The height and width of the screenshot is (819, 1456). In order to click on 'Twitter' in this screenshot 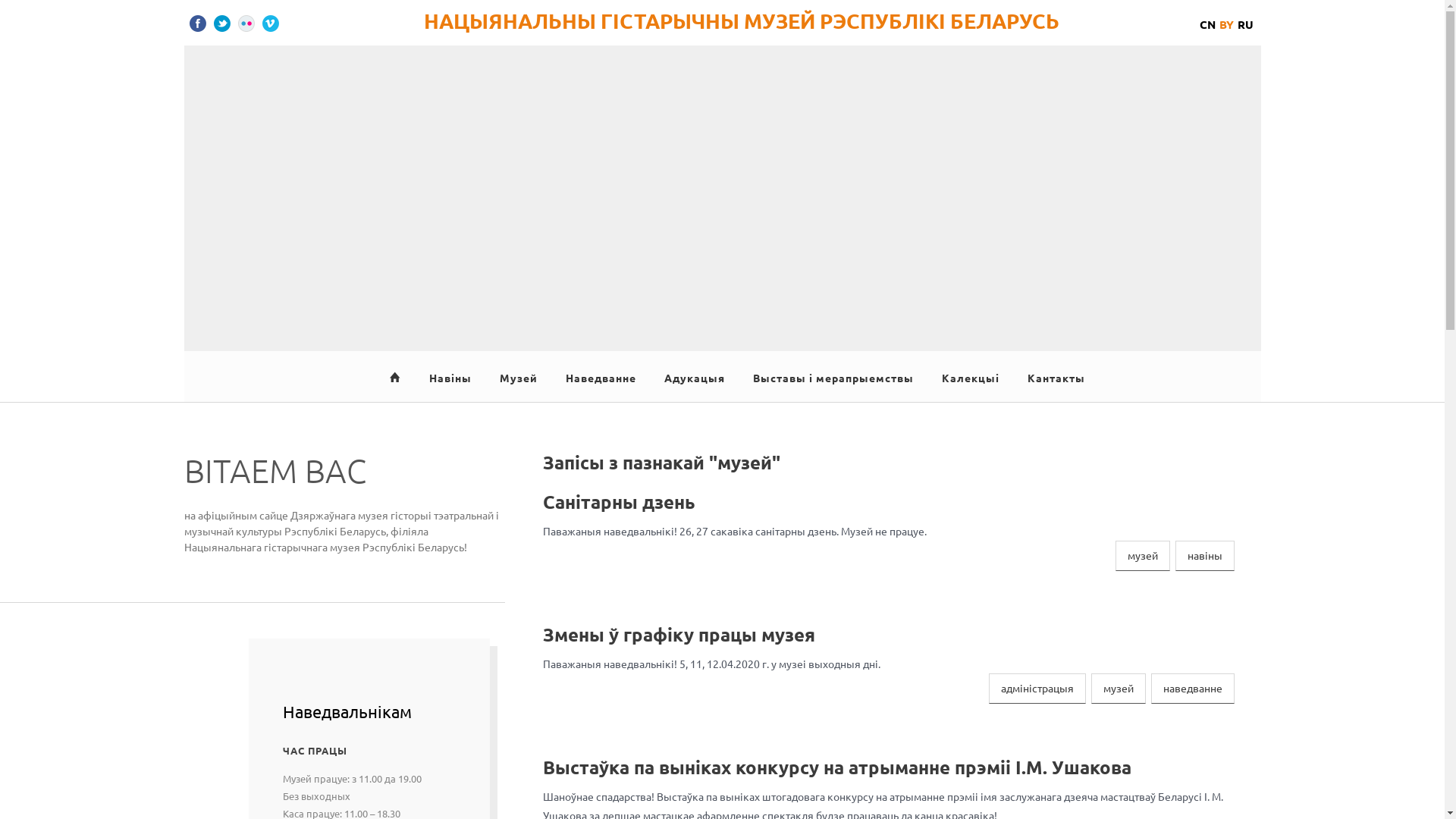, I will do `click(221, 23)`.